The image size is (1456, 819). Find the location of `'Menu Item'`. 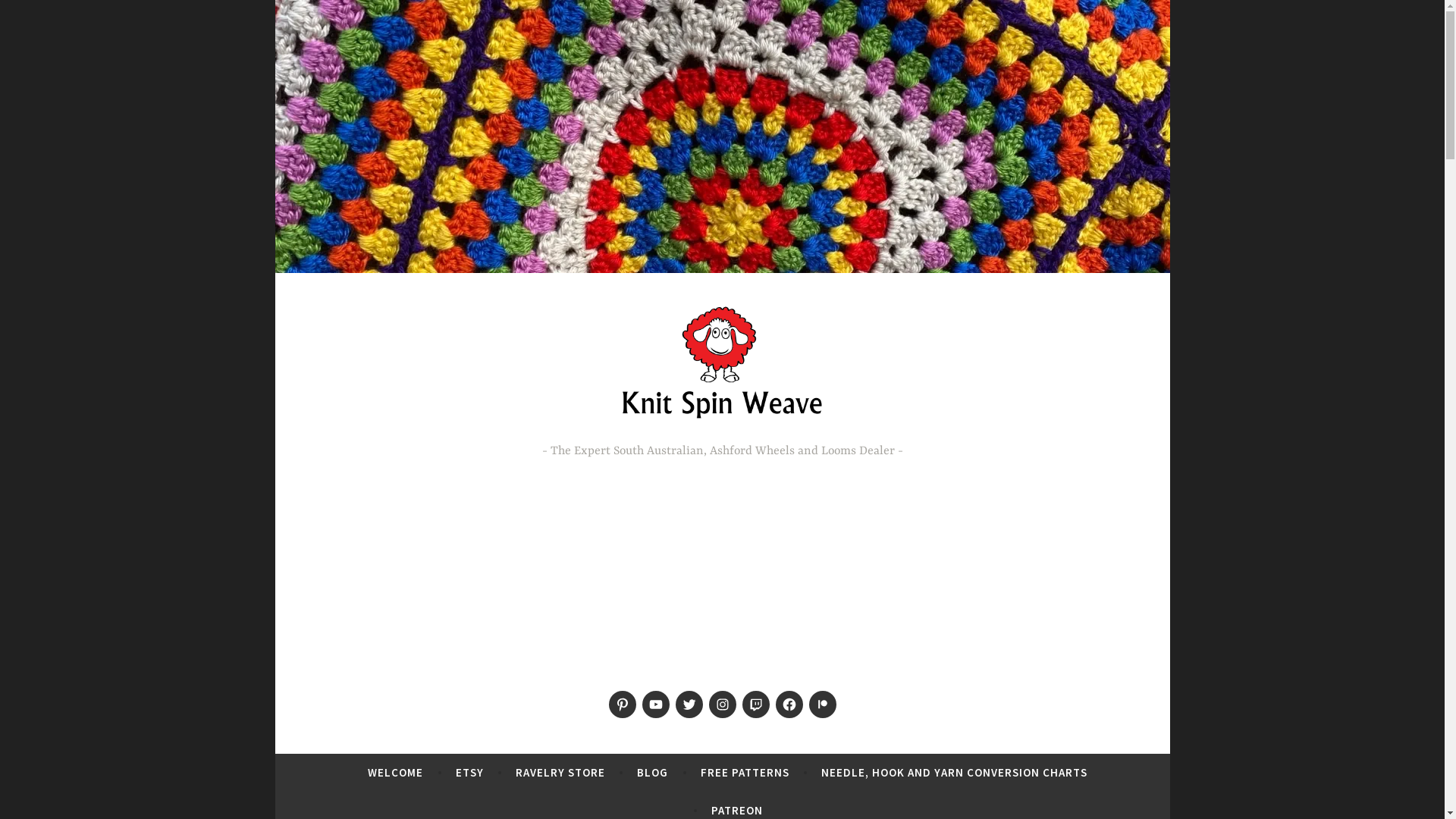

'Menu Item' is located at coordinates (655, 704).